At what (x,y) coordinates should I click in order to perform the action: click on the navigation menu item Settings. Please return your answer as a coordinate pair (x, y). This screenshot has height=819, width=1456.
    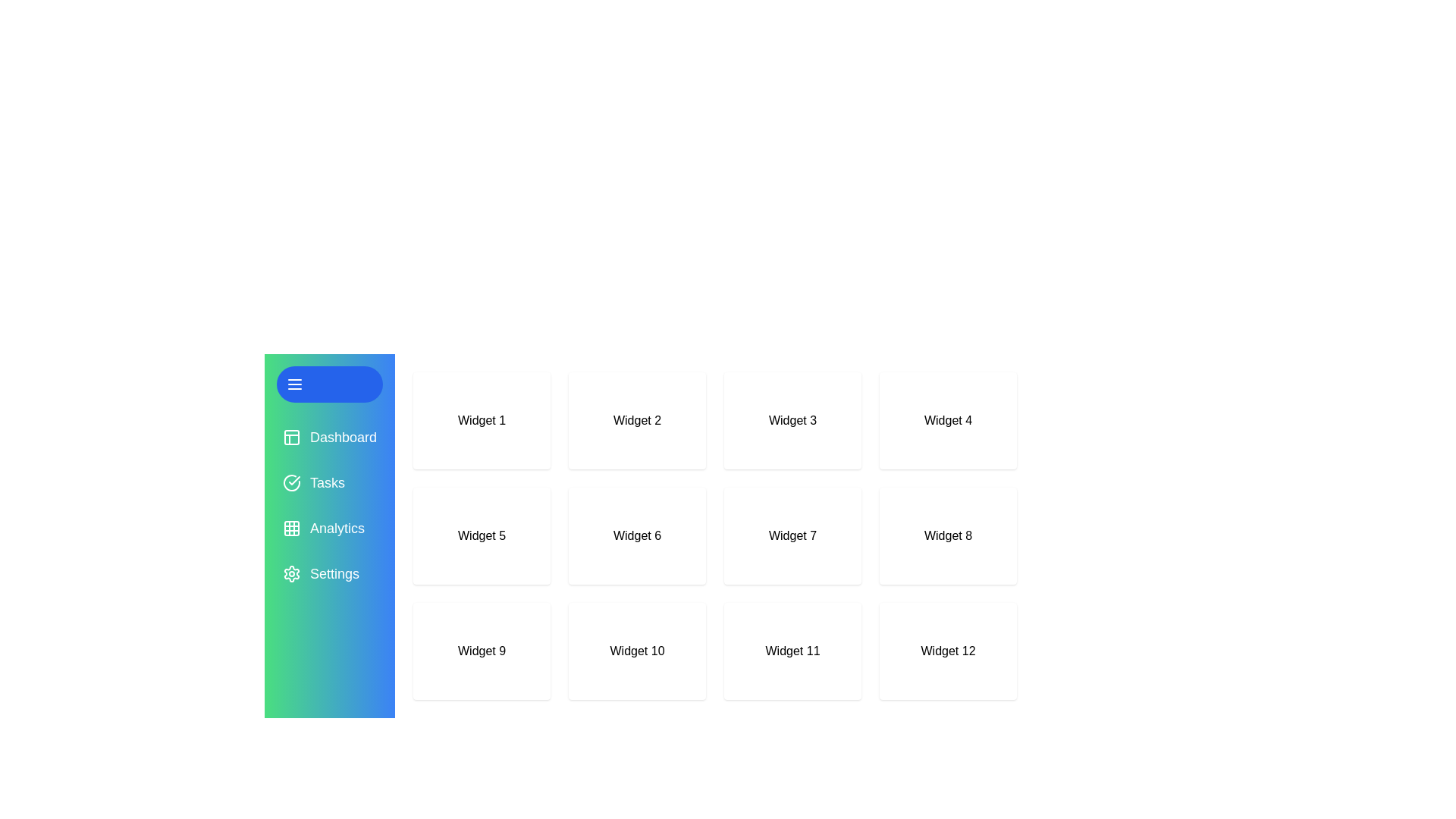
    Looking at the image, I should click on (329, 573).